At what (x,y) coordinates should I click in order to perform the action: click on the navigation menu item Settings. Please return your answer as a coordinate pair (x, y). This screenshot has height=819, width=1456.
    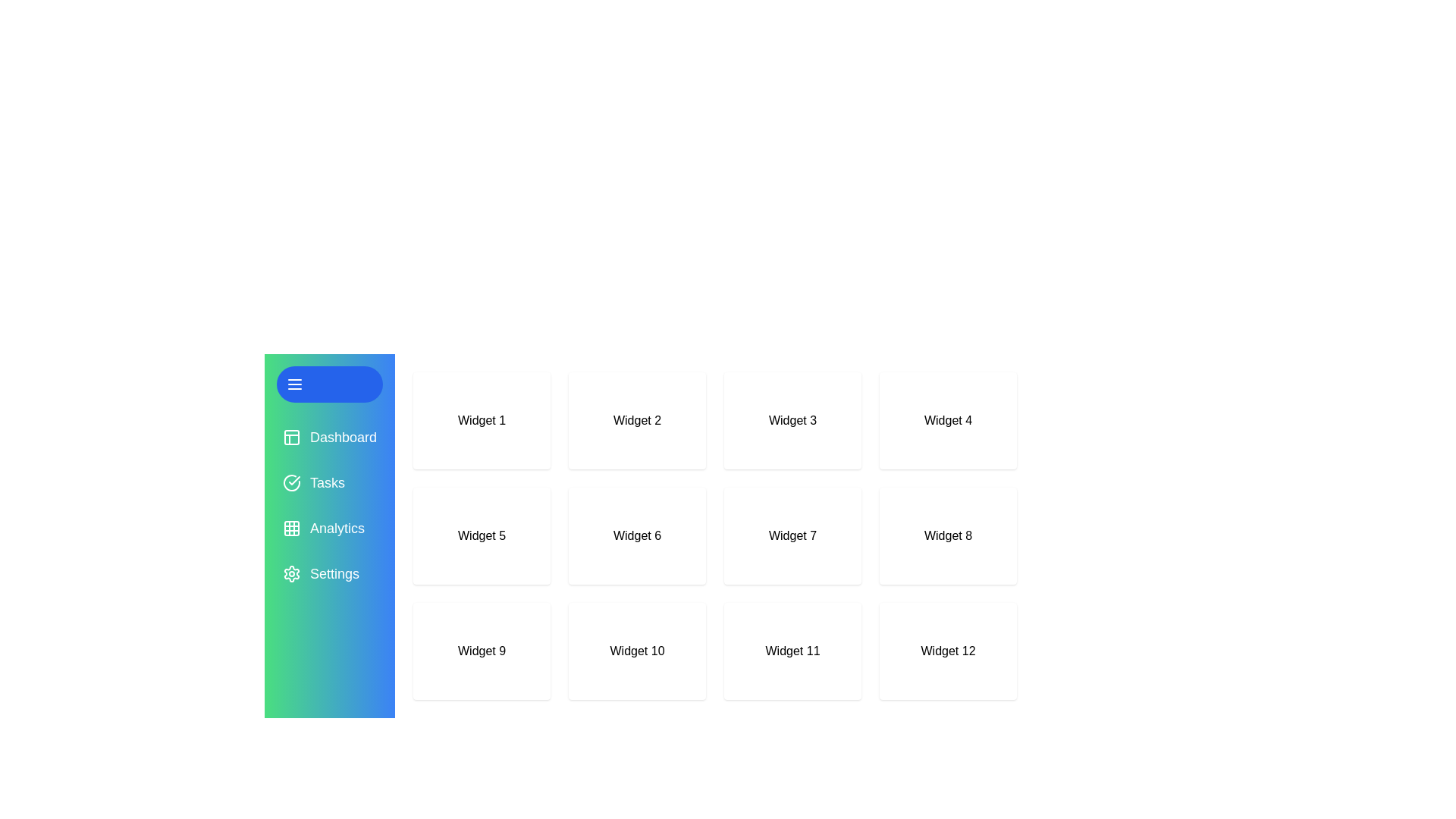
    Looking at the image, I should click on (329, 573).